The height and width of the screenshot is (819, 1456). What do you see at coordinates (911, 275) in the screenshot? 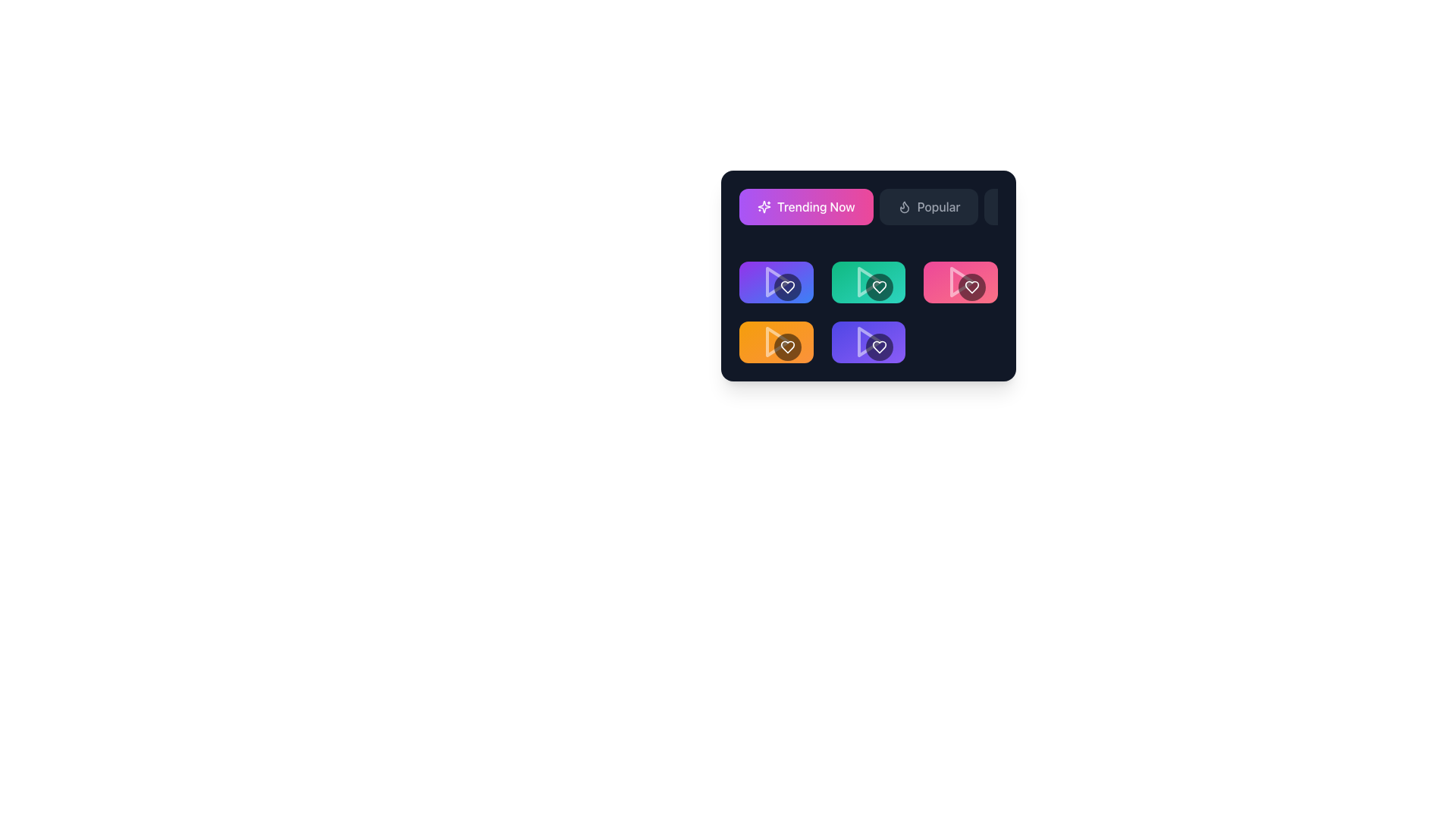
I see `the icon representing the action to add or mark as a favorite, located in the second row, third column of the button grid` at bounding box center [911, 275].